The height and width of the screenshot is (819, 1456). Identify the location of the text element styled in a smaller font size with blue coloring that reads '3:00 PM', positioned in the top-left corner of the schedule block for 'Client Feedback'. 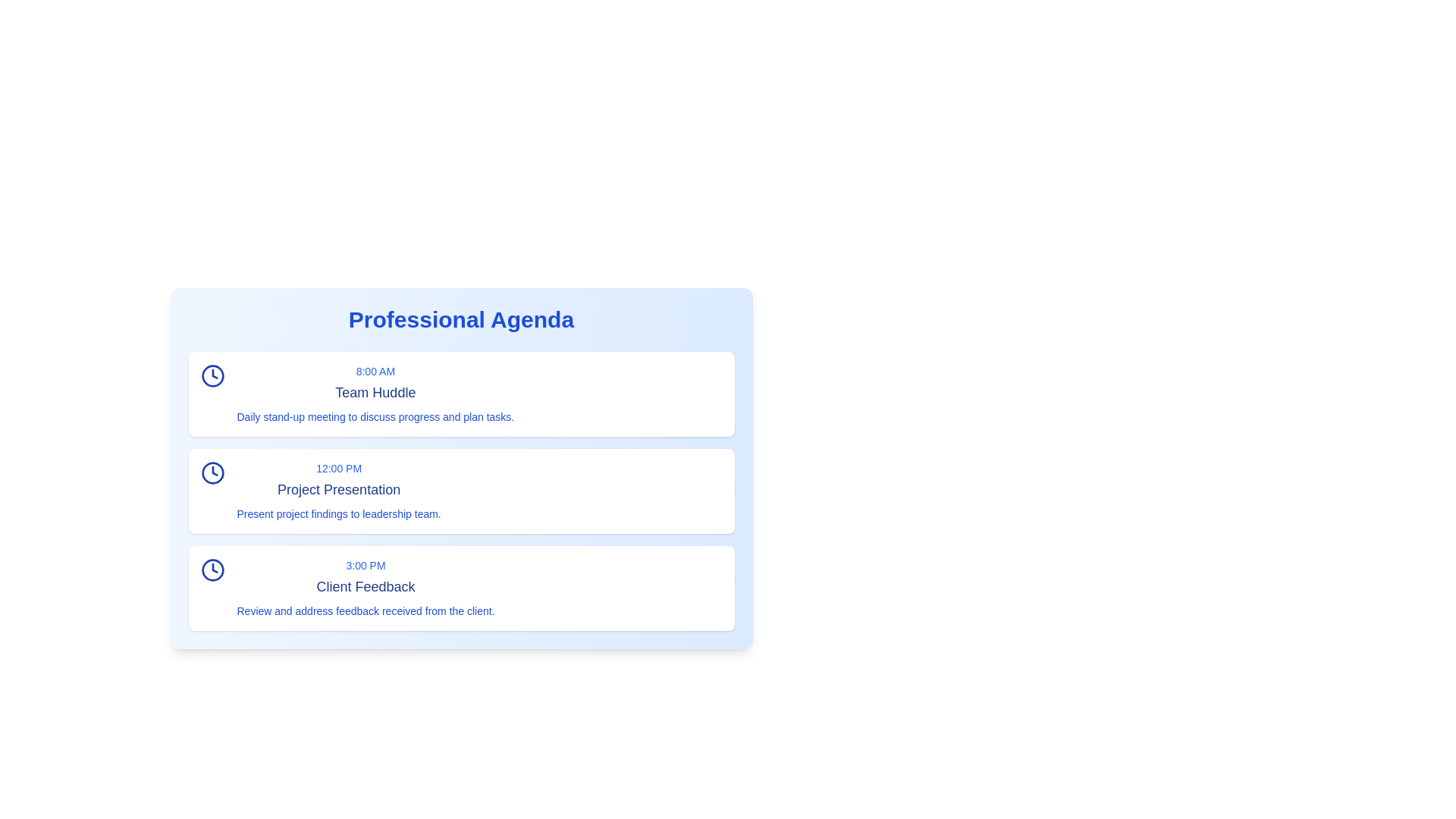
(366, 565).